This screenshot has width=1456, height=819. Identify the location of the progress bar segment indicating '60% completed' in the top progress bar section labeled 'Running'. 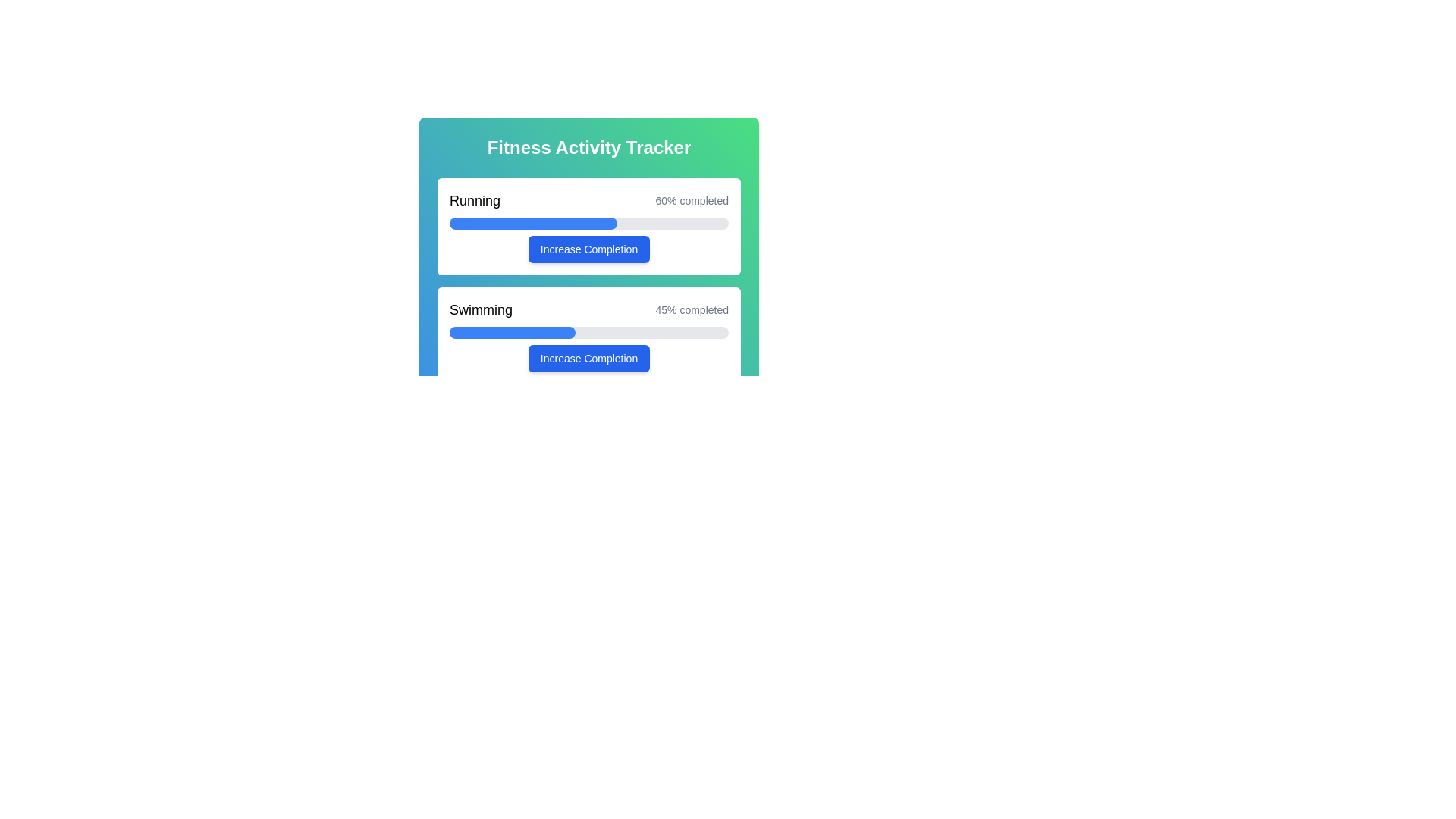
(533, 223).